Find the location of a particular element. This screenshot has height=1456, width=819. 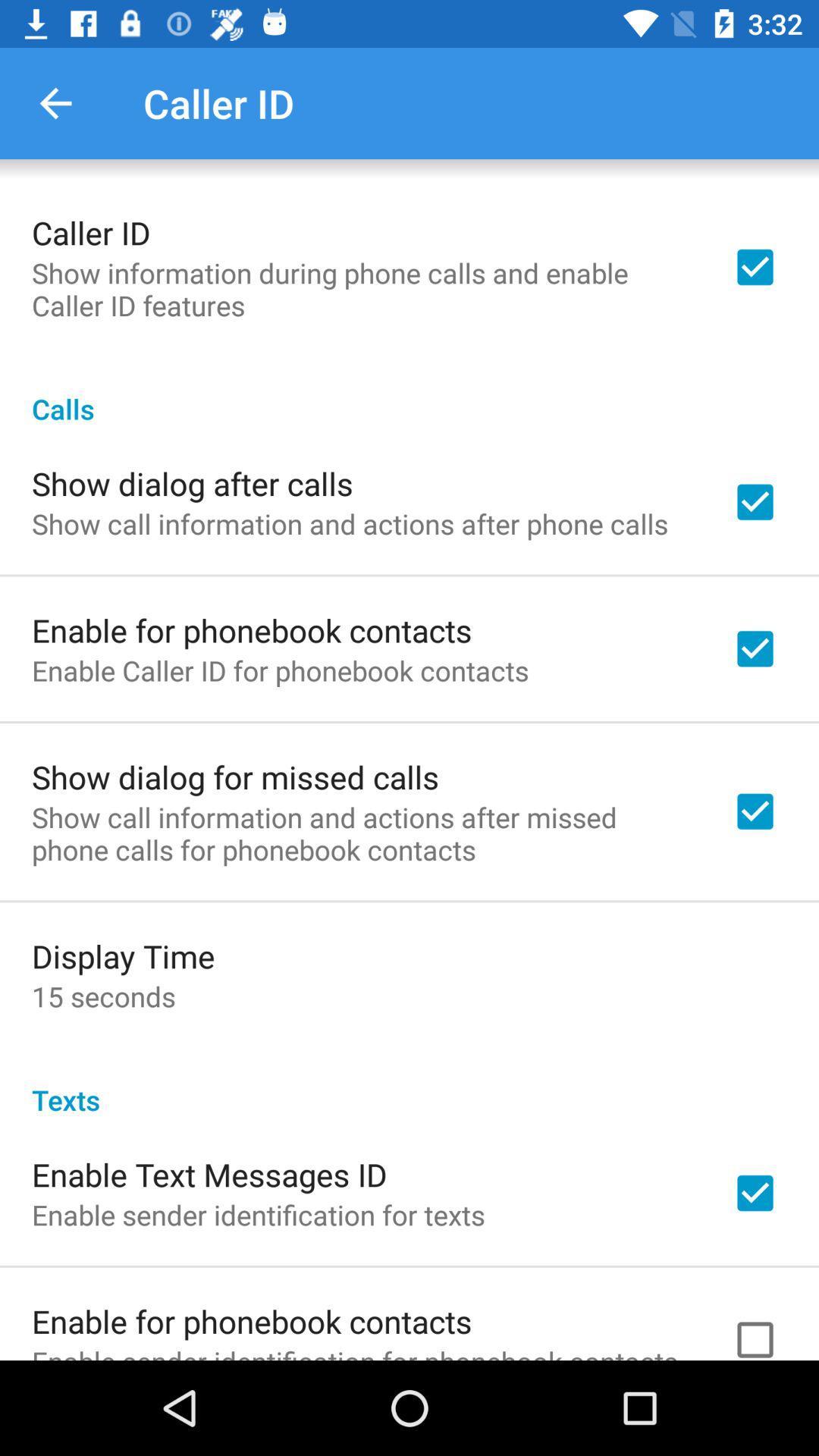

the item below the show call information icon is located at coordinates (122, 955).